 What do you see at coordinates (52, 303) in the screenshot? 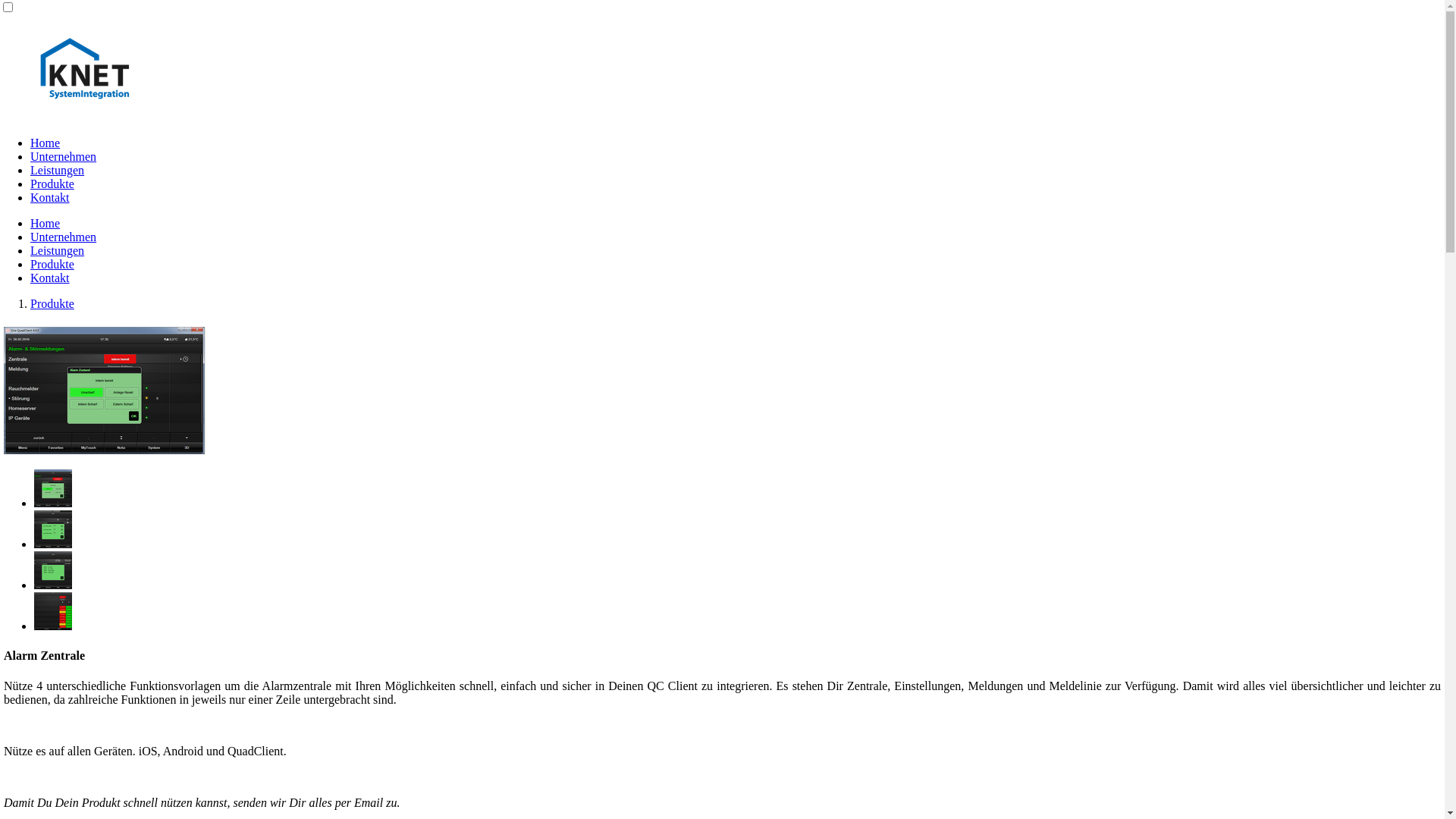
I see `'Produkte'` at bounding box center [52, 303].